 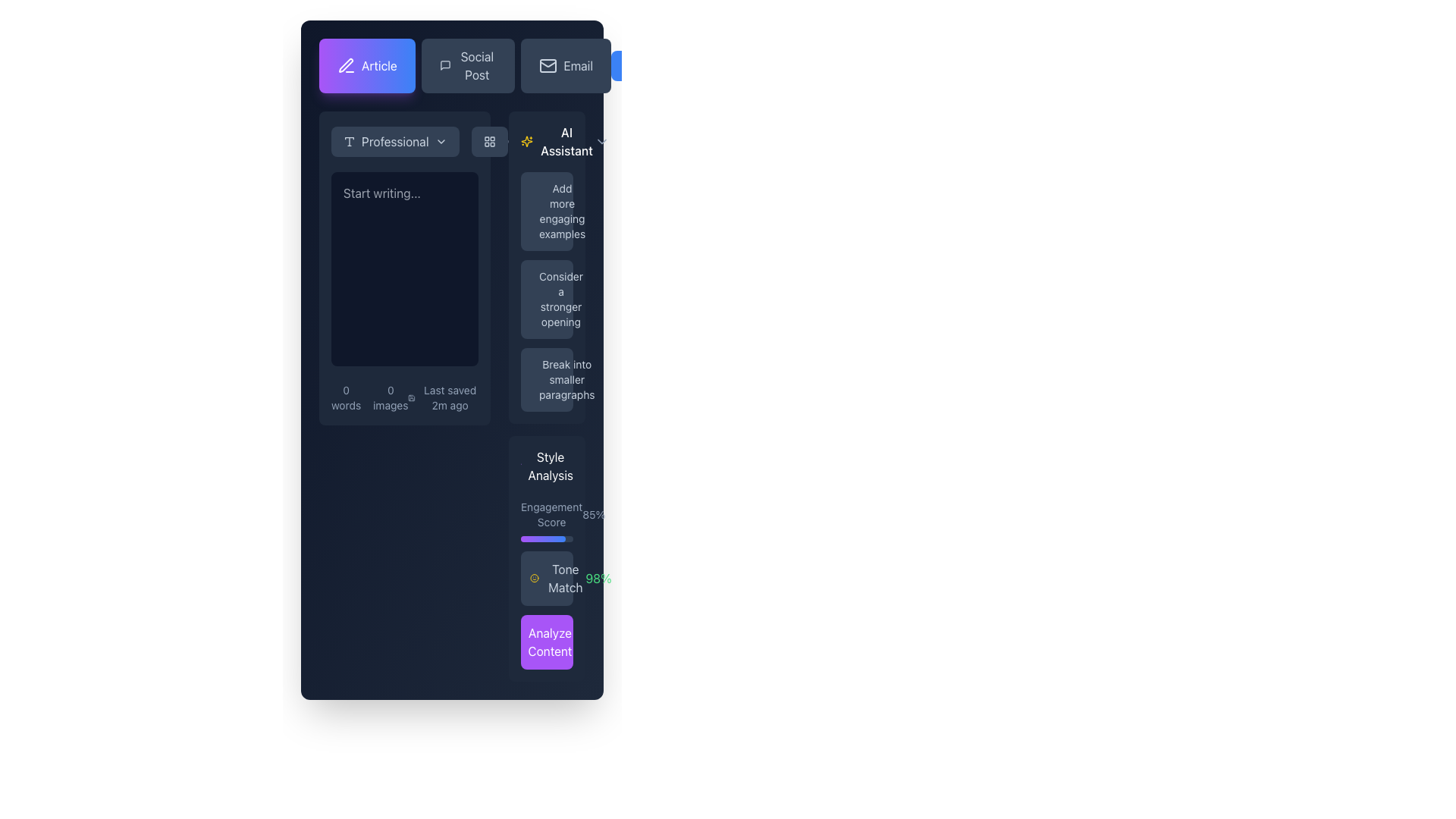 What do you see at coordinates (527, 141) in the screenshot?
I see `the central starburst shape within the sparkle icon of the 'AI Assistant' label, which enhances its visual appeal and signifies its importance` at bounding box center [527, 141].